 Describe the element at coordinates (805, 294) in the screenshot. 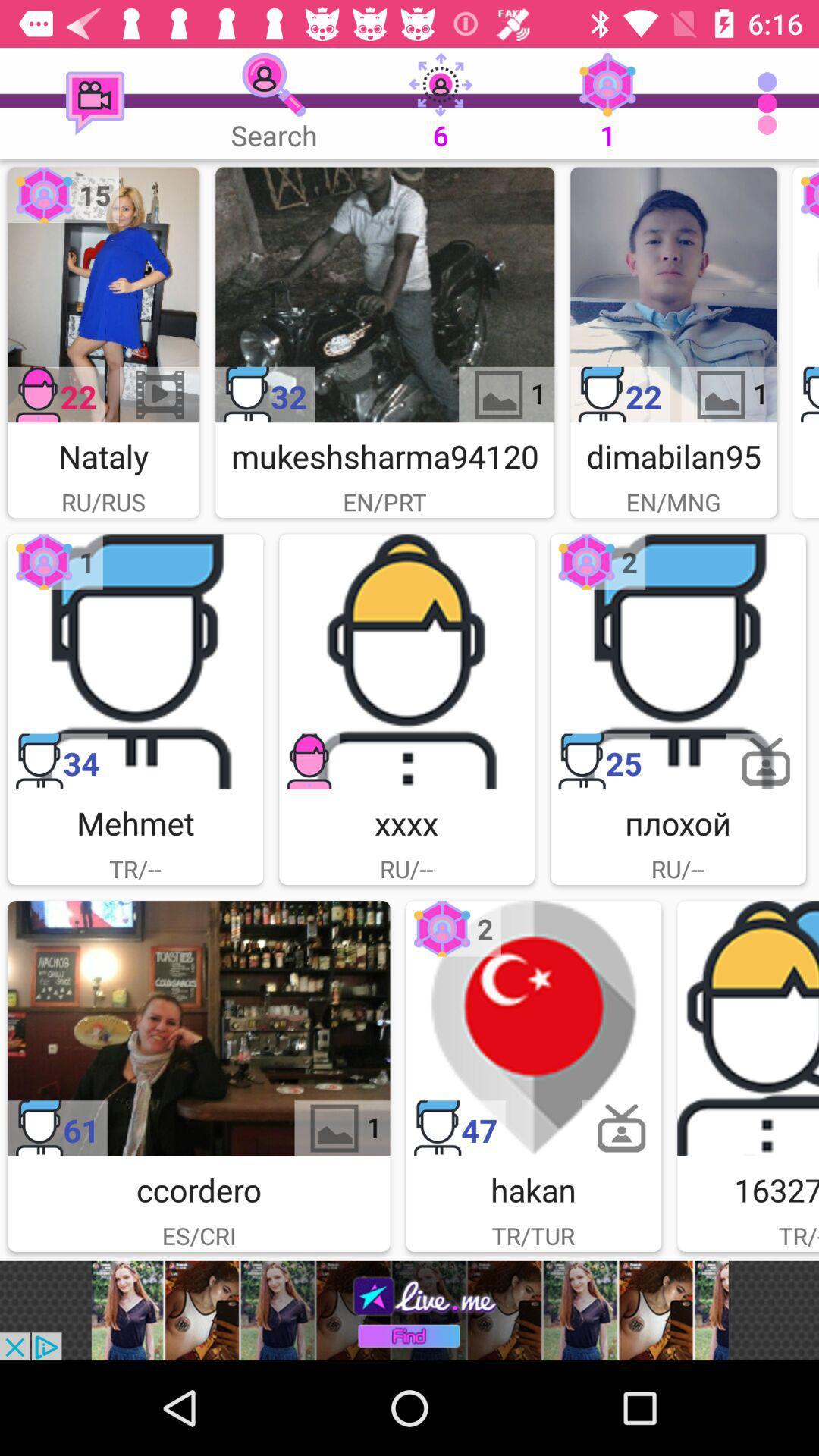

I see `item` at that location.